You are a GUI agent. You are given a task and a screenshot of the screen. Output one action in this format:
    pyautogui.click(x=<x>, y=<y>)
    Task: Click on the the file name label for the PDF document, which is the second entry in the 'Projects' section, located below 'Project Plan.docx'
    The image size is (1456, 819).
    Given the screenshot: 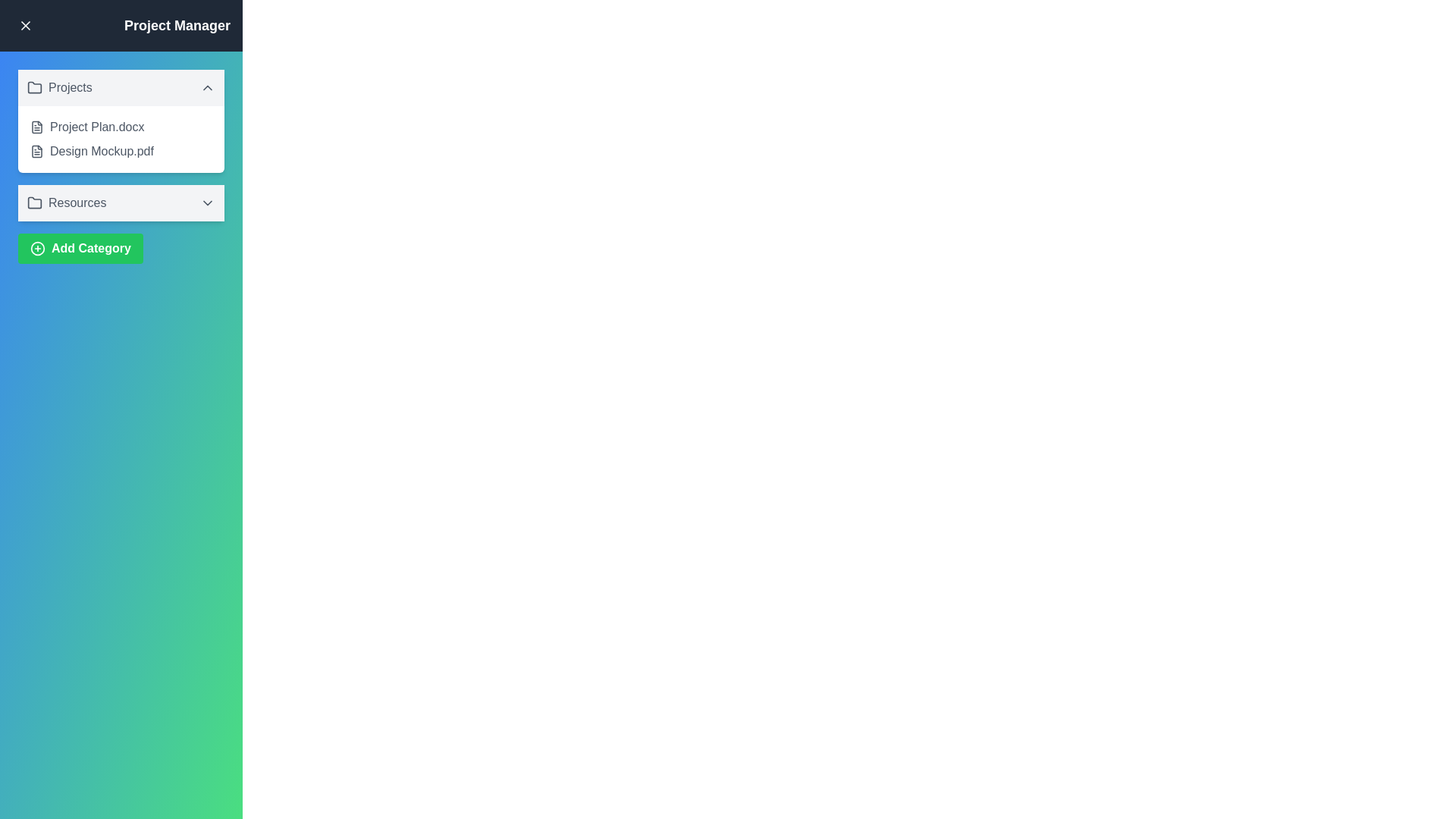 What is the action you would take?
    pyautogui.click(x=101, y=152)
    